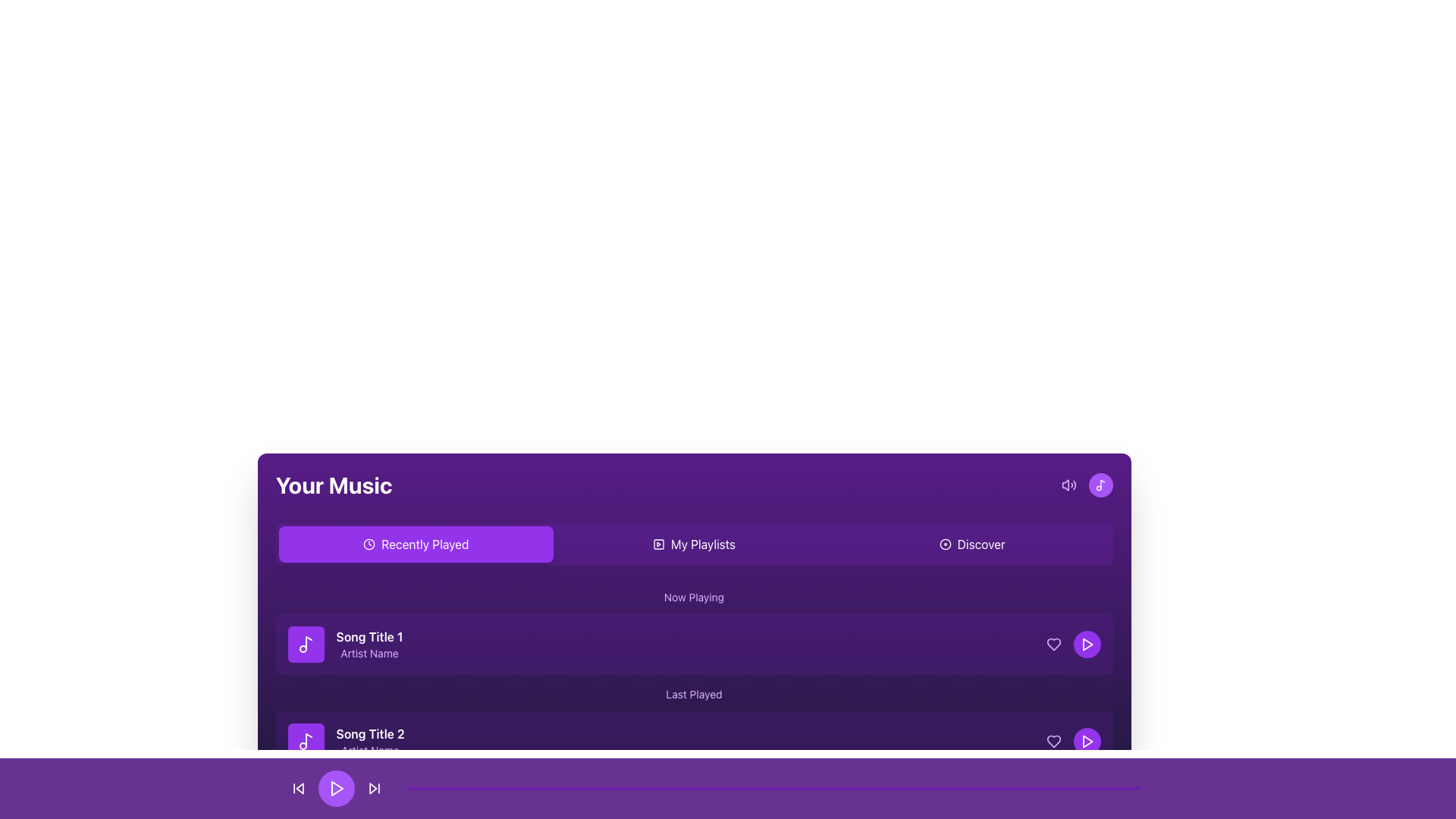 Image resolution: width=1456 pixels, height=819 pixels. What do you see at coordinates (1100, 485) in the screenshot?
I see `the small music icon represented by a musical note in the top-right corner of the music application header section` at bounding box center [1100, 485].